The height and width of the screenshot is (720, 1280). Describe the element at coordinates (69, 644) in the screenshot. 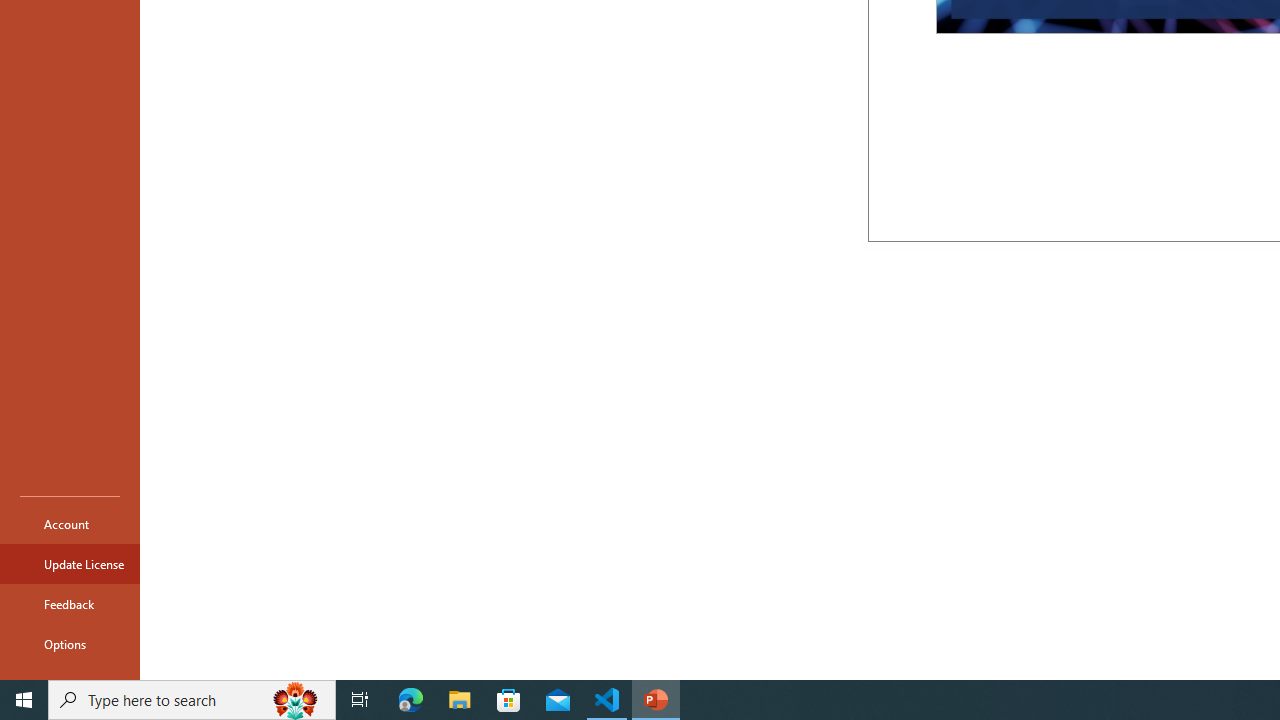

I see `'Options'` at that location.